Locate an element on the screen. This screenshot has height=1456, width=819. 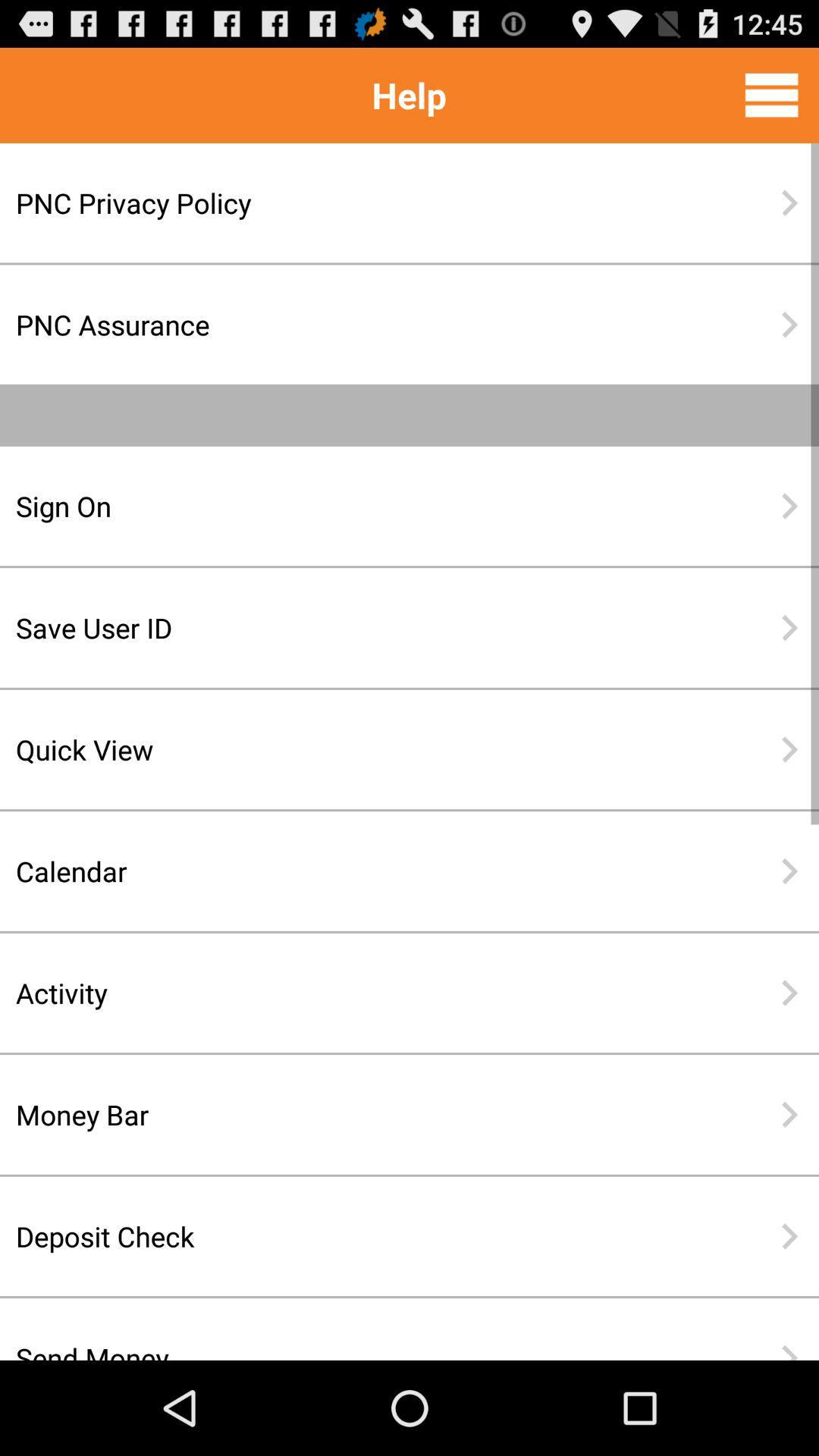
quick view icon is located at coordinates (360, 749).